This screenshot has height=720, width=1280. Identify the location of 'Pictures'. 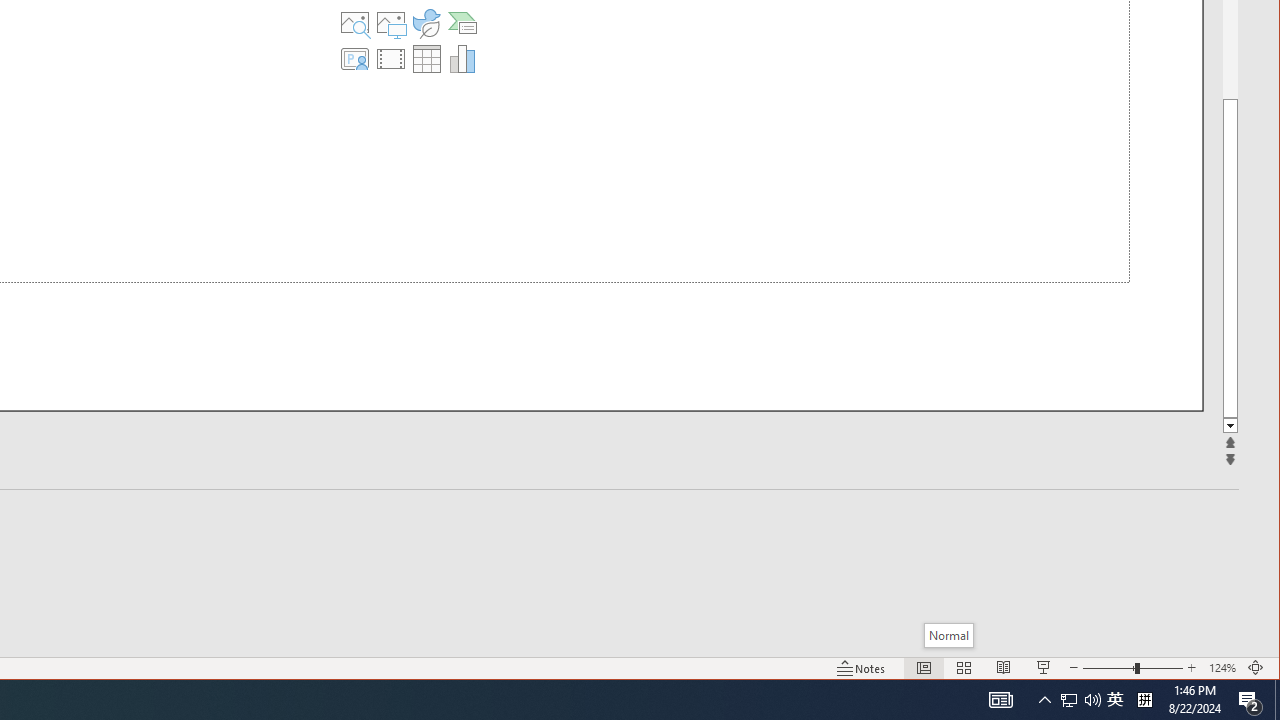
(391, 23).